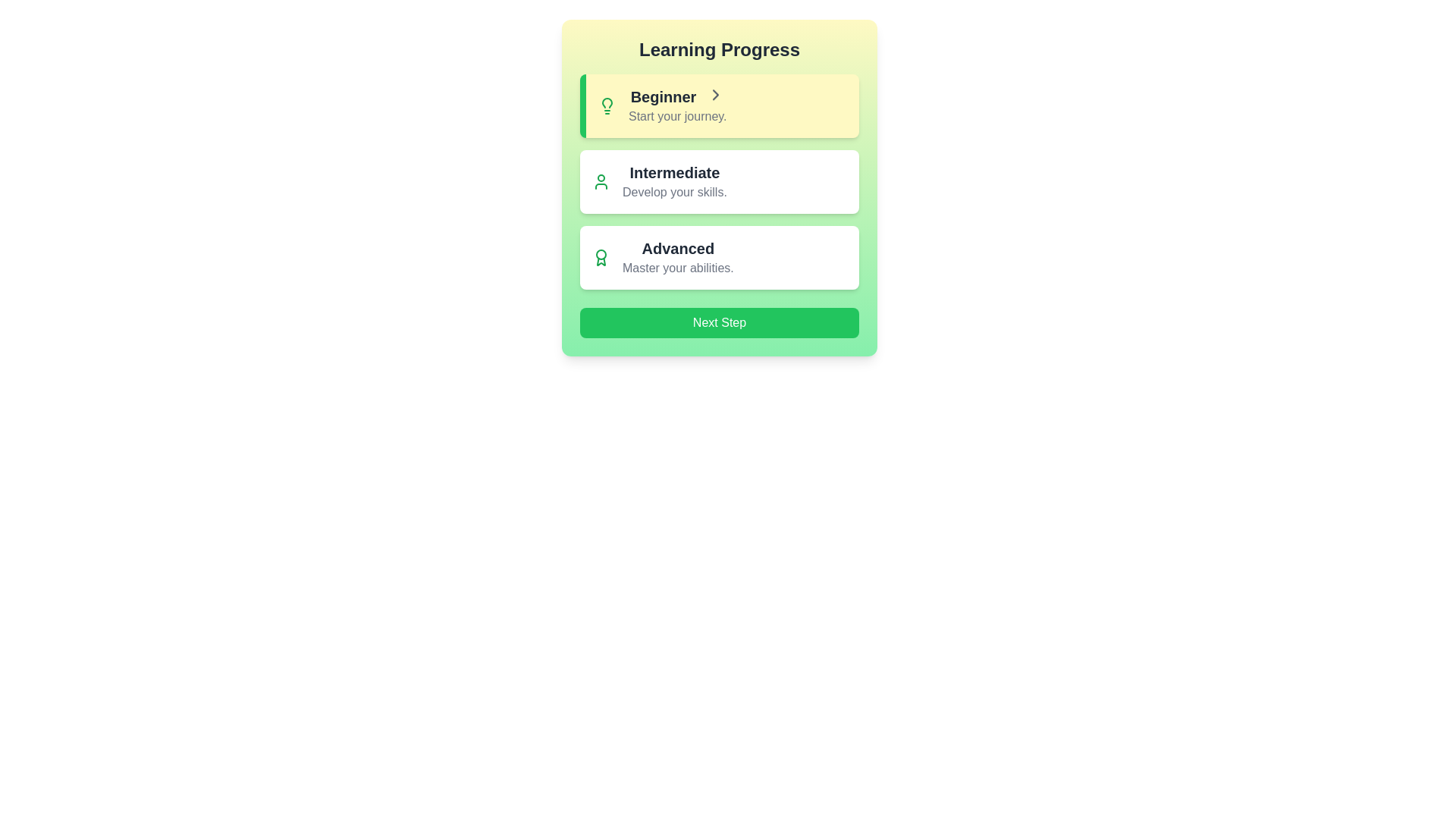  Describe the element at coordinates (677, 268) in the screenshot. I see `the static text element that displays 'Master your abilities.' located below the 'Advanced' heading in the Learning Progress card` at that location.